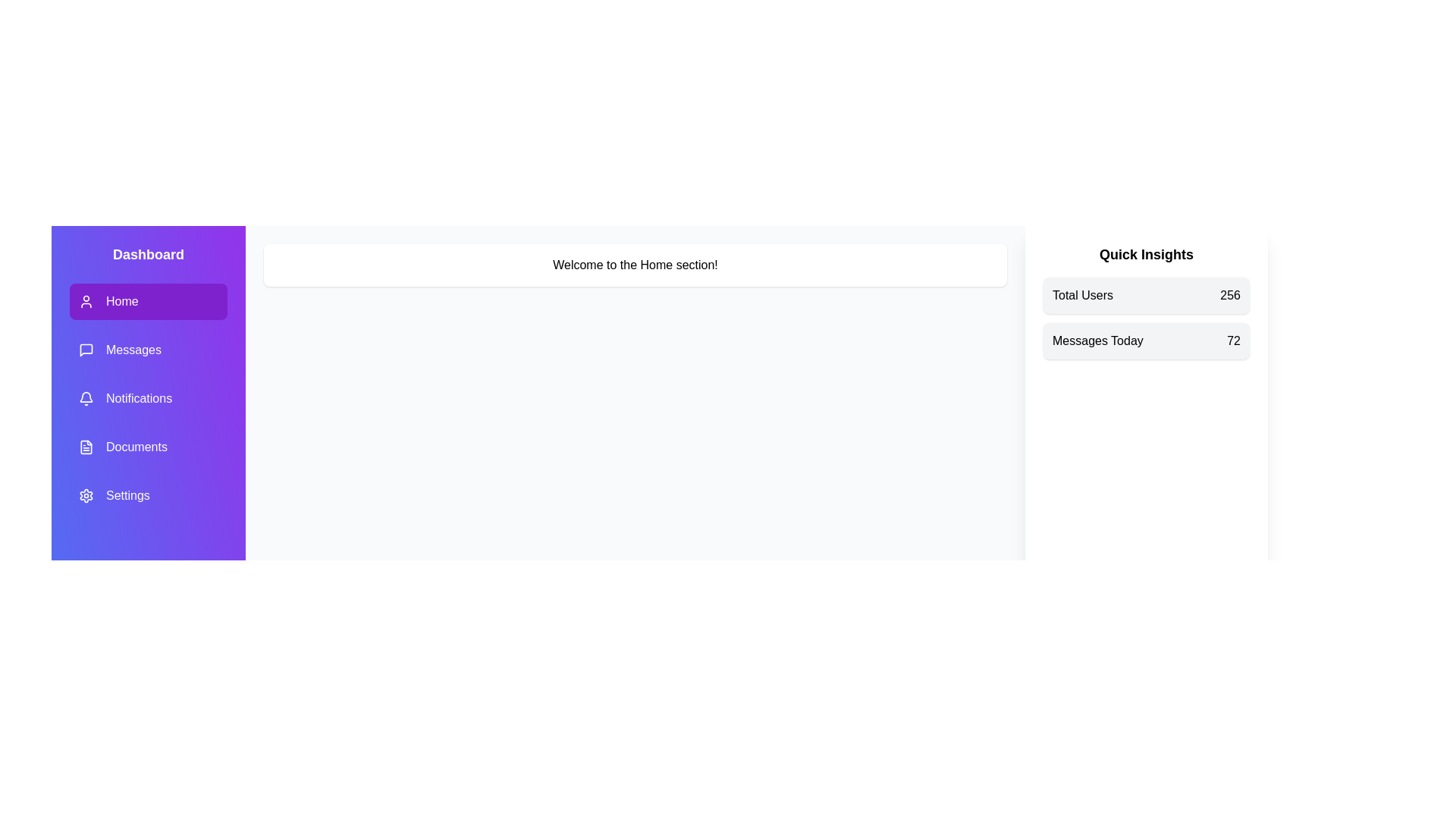 The image size is (1456, 819). I want to click on the text label that serves as a heading for the widget containing summarized data insights, located at the top of the card with statistics like 'Total Users' and 'Messages Today.', so click(1147, 253).